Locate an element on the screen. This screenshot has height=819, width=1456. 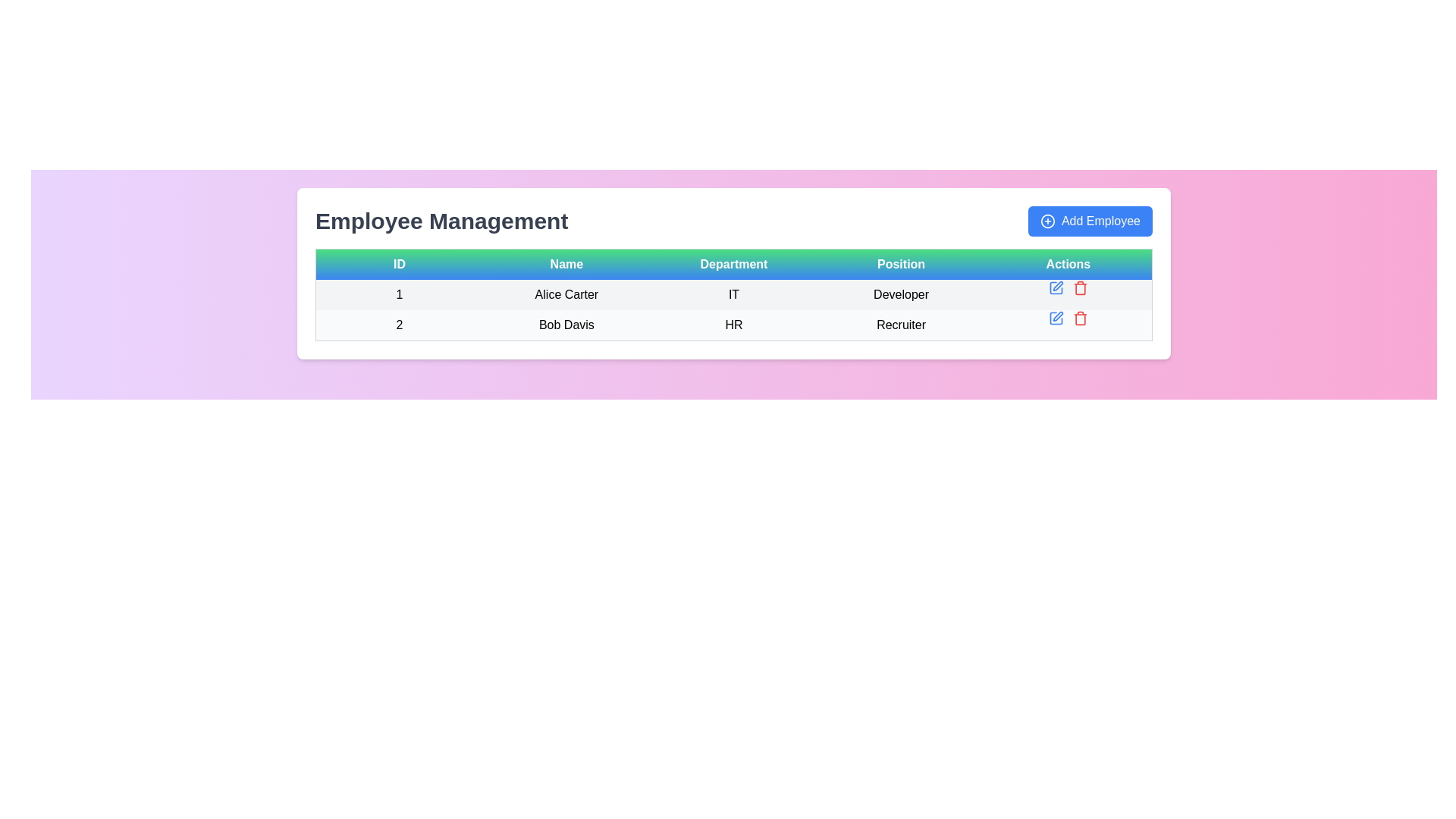
the delete icon in the Interactive Icon Group is located at coordinates (1067, 318).